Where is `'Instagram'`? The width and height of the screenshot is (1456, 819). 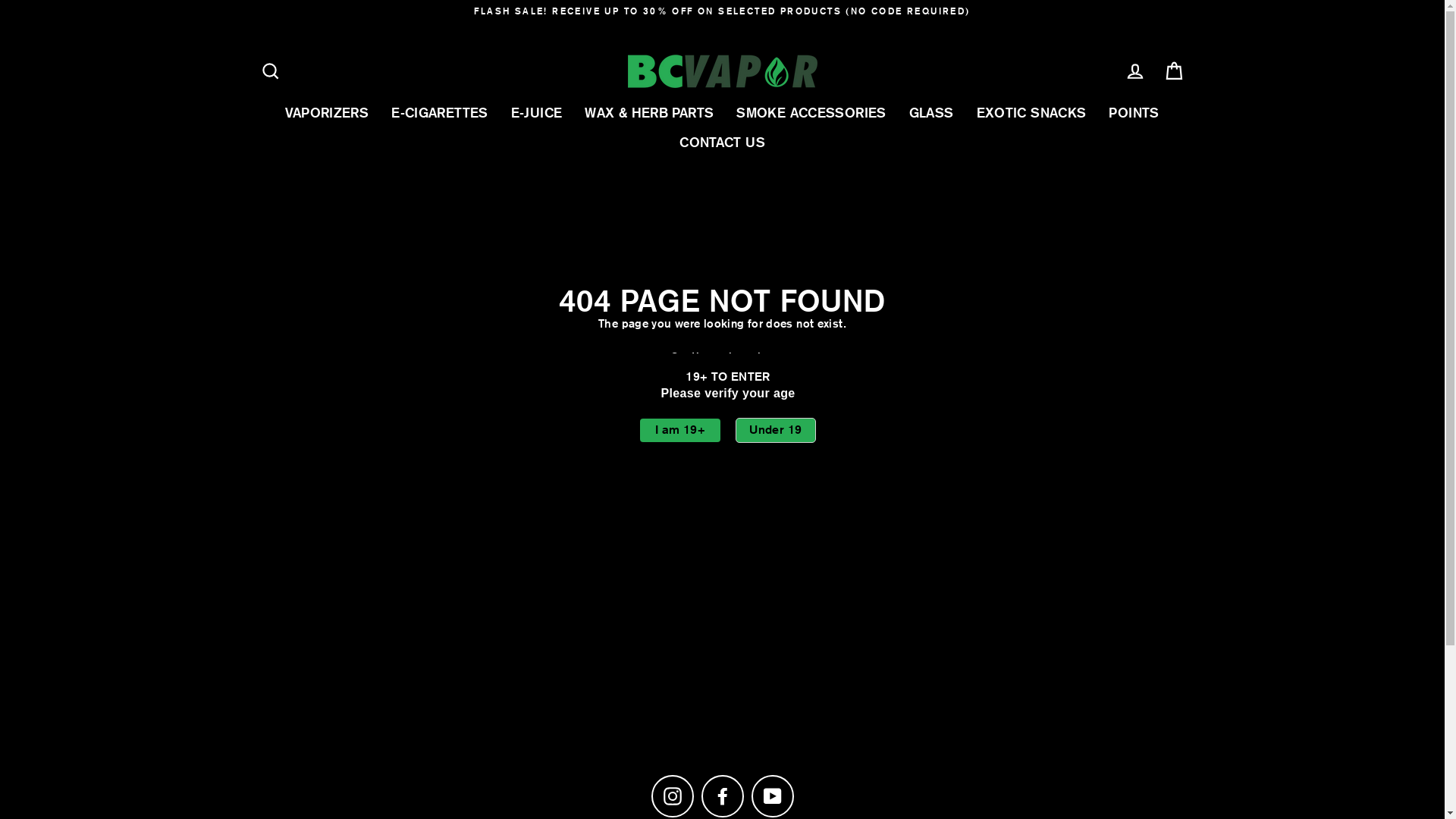 'Instagram' is located at coordinates (671, 795).